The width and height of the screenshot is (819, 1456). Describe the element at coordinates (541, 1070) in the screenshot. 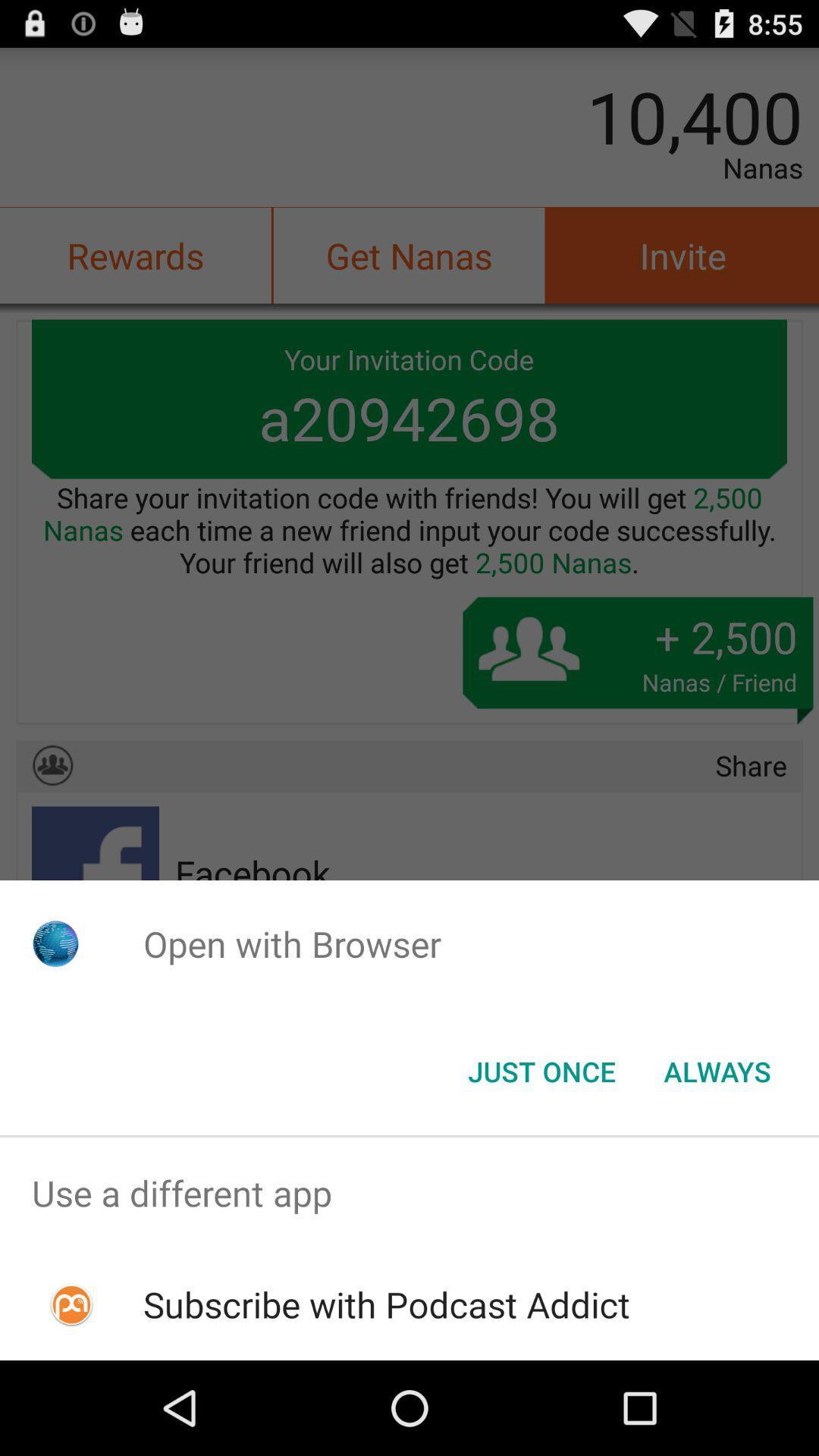

I see `button to the left of the always item` at that location.